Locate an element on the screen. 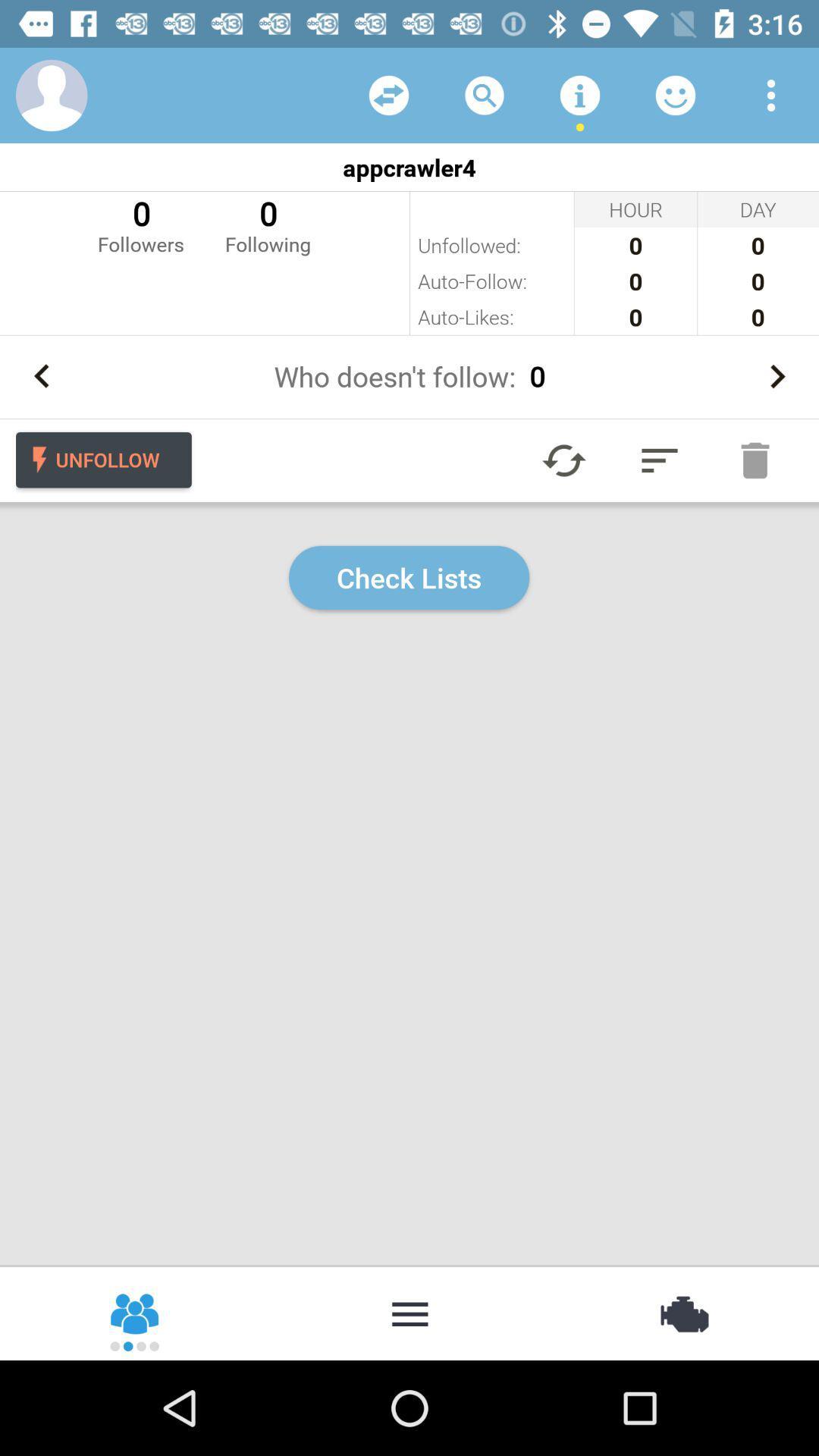  information is located at coordinates (579, 94).